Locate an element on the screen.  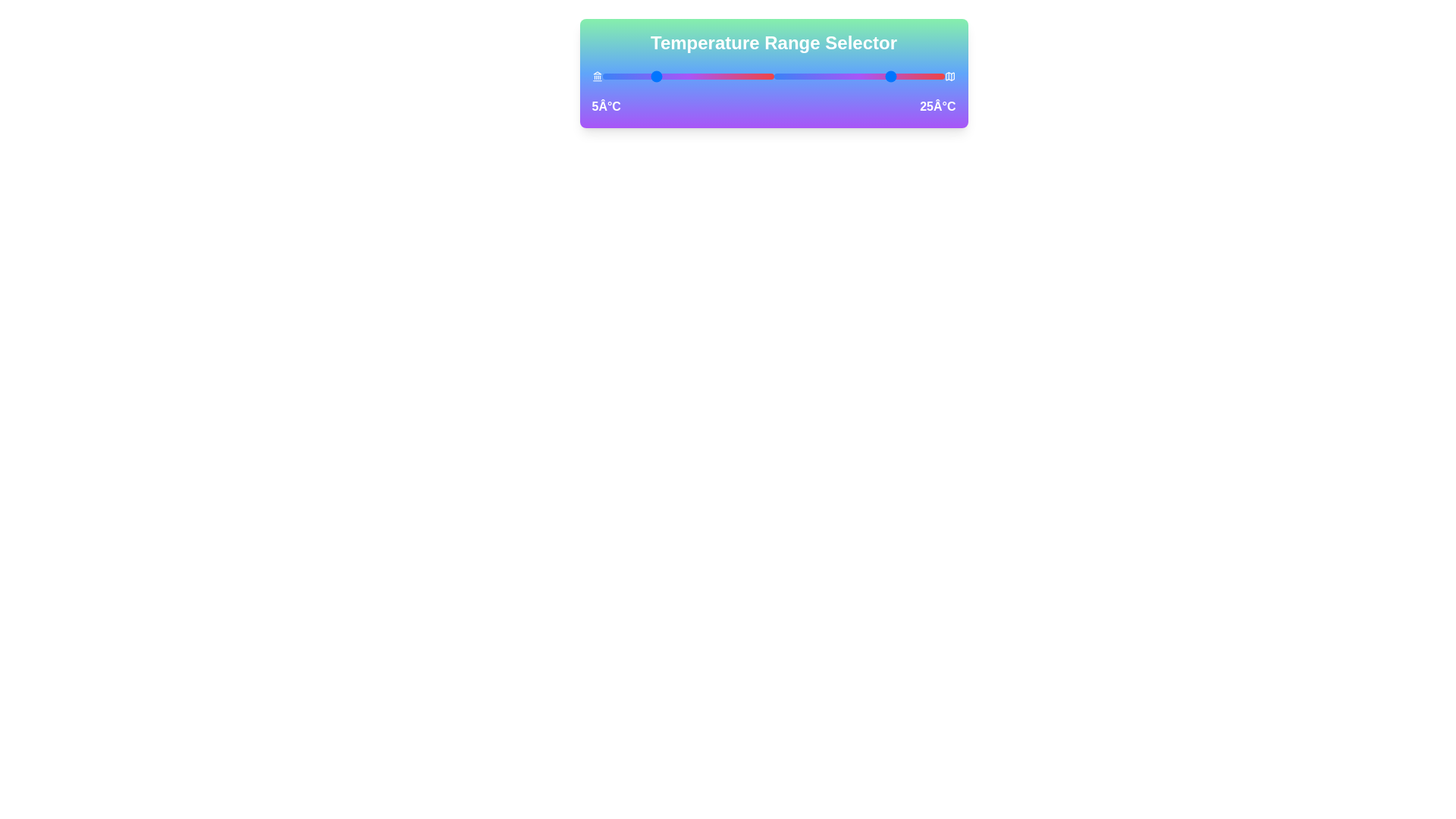
the landmark icon is located at coordinates (596, 76).